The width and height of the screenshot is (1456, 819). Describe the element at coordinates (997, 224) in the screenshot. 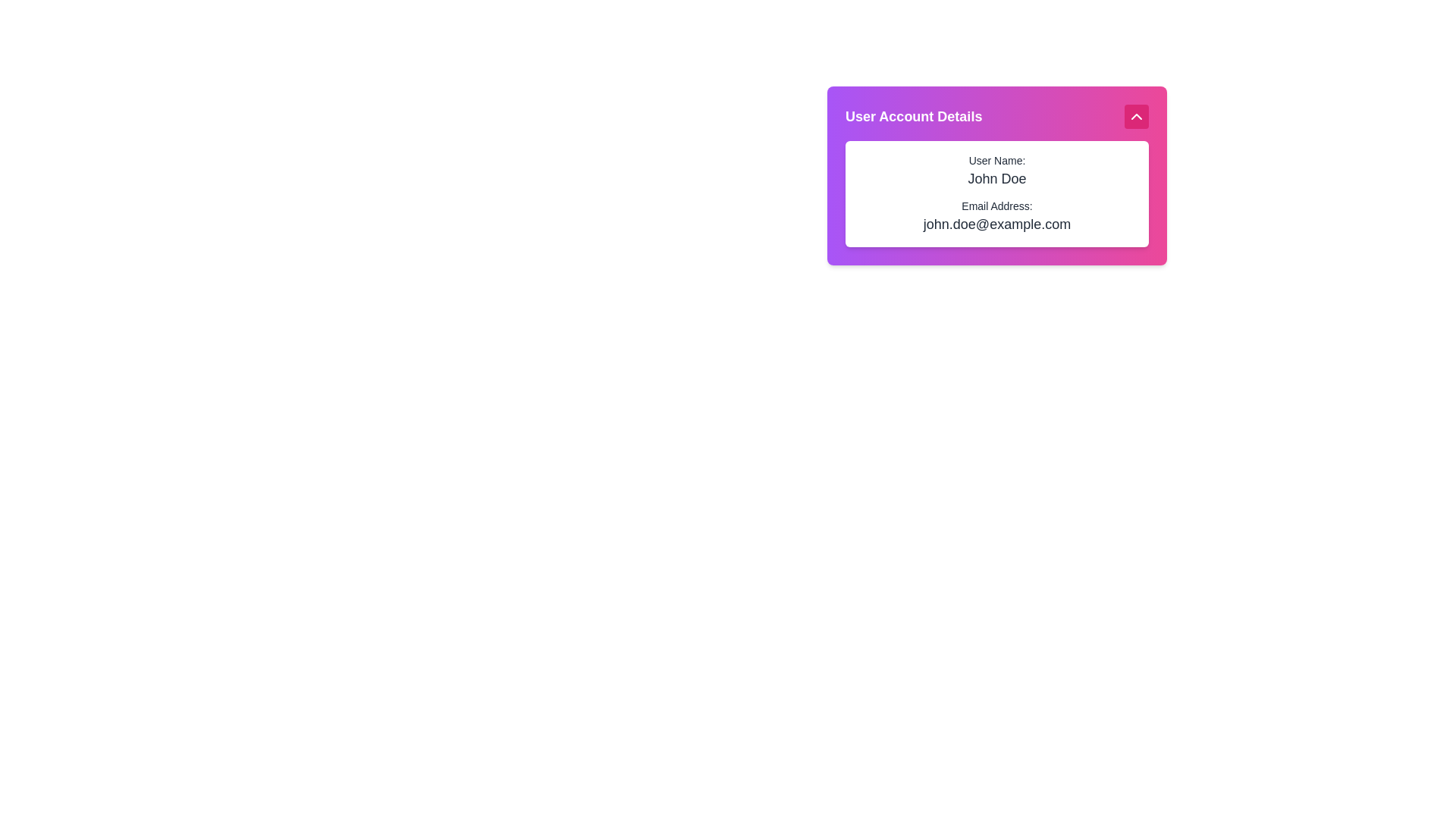

I see `the text element displaying 'john.doe@example.com' located below the 'Email Address:' label in the 'User Account Details' section` at that location.